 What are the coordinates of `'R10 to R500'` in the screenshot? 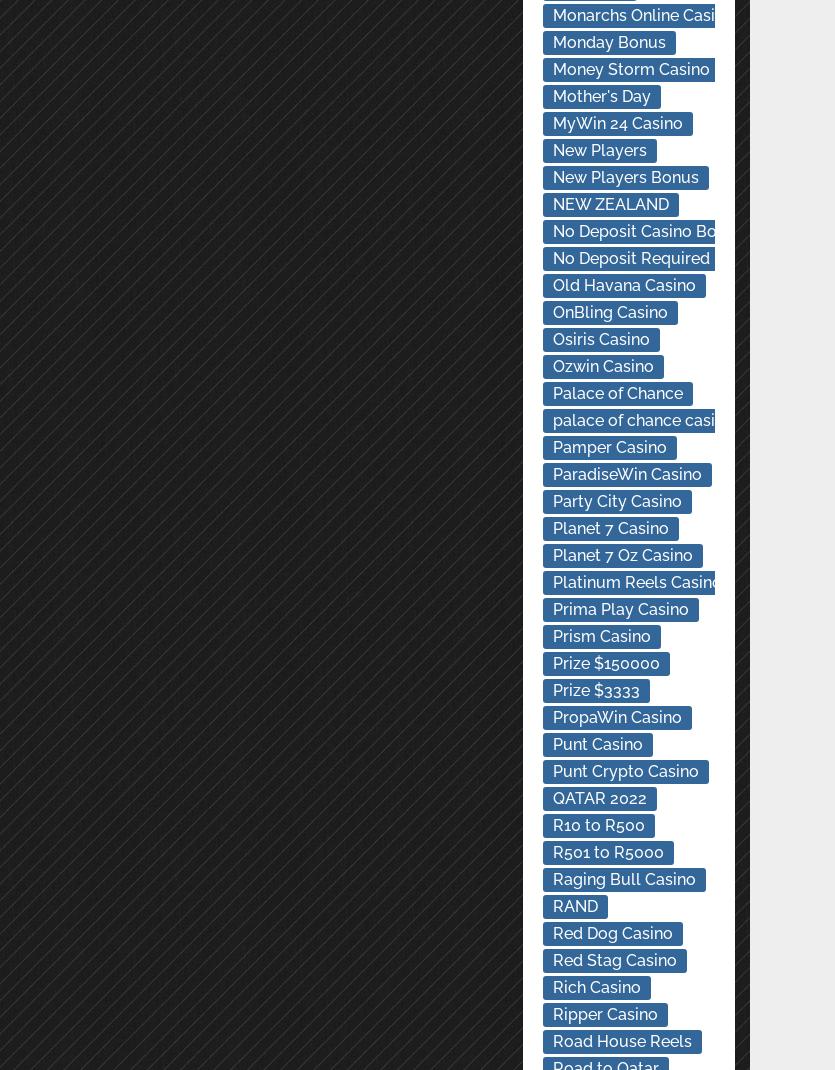 It's located at (552, 825).